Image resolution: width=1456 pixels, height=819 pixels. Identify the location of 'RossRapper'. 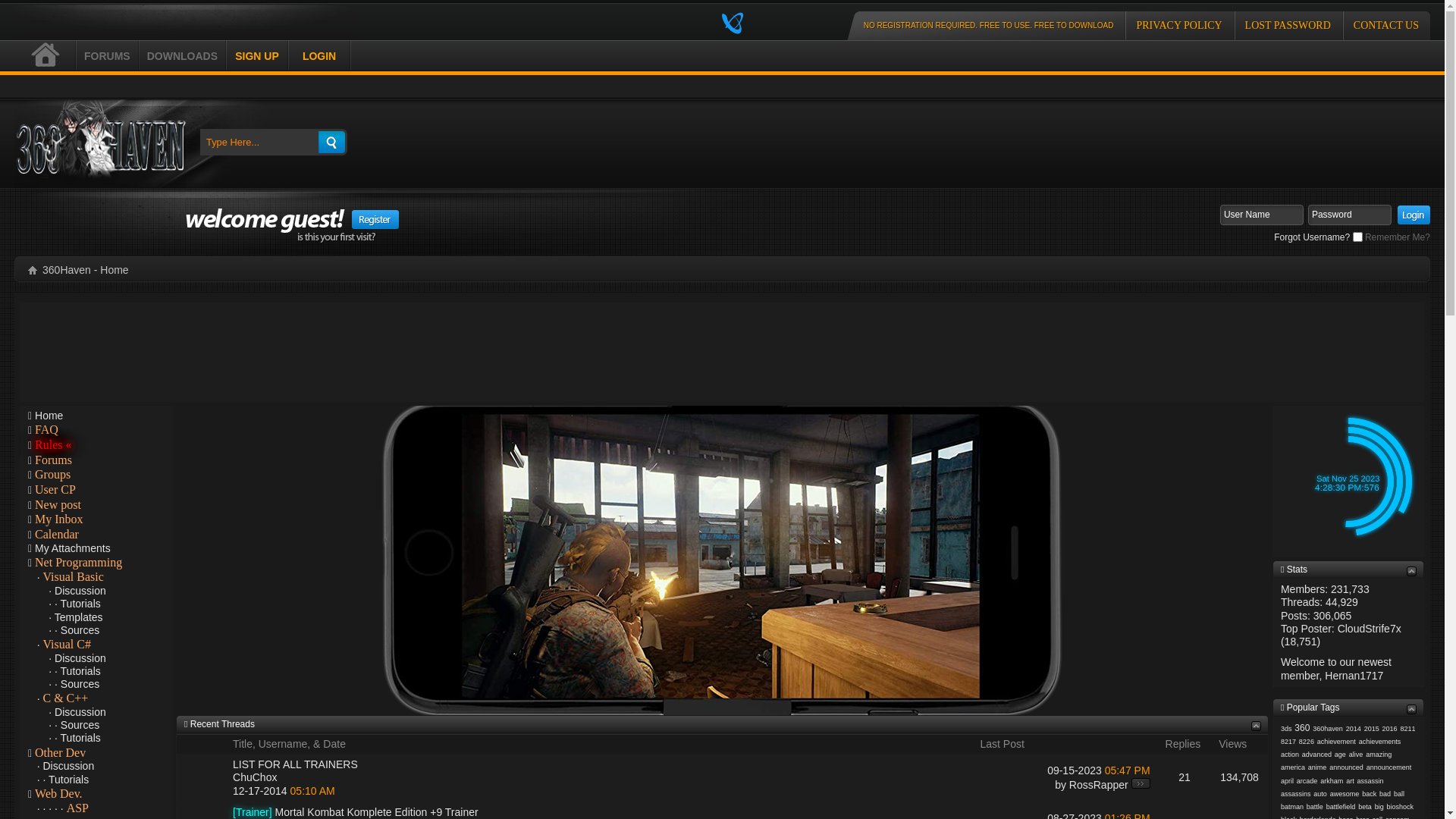
(1099, 784).